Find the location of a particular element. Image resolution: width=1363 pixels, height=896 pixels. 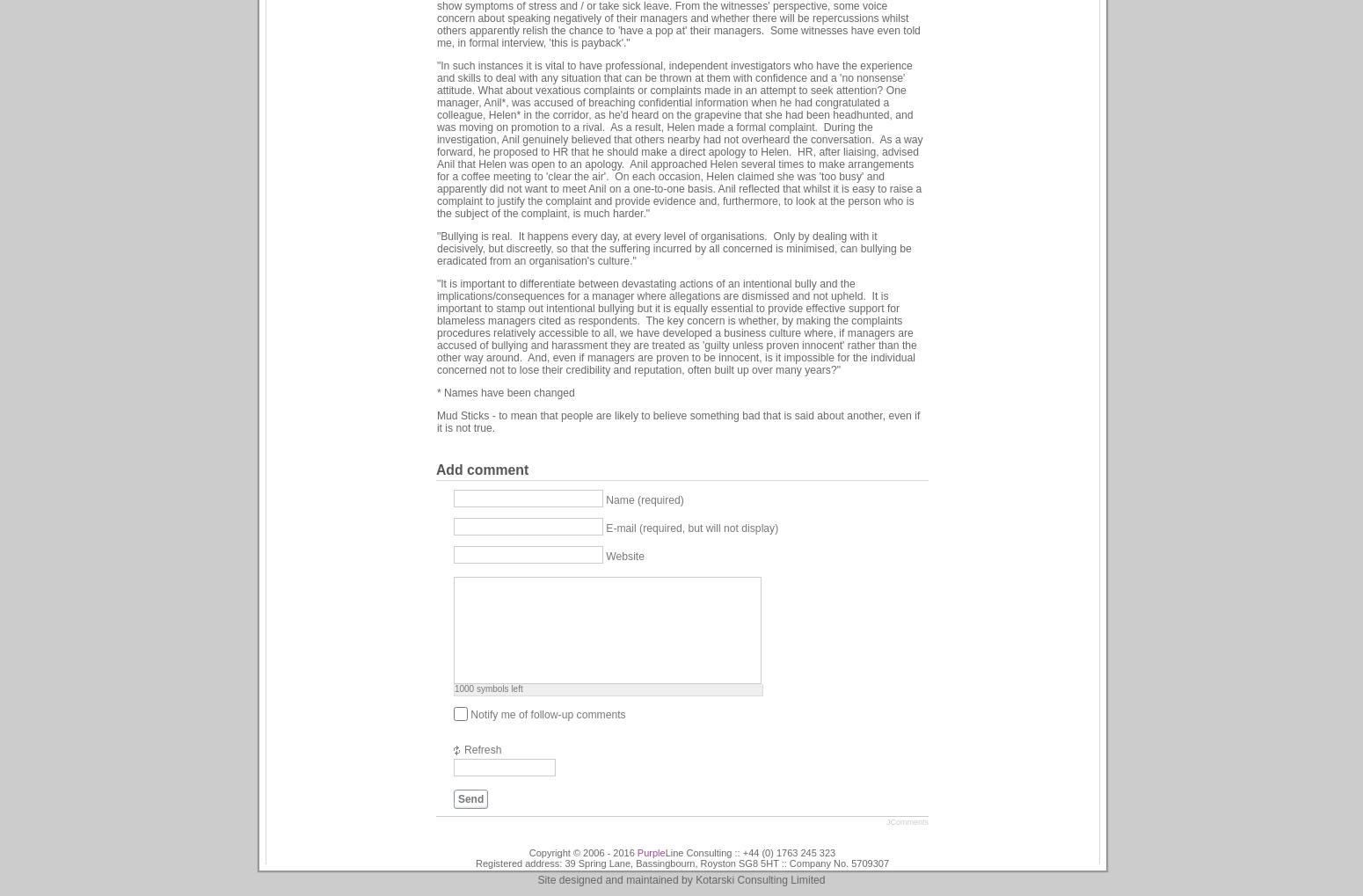

'Name (required)' is located at coordinates (644, 498).